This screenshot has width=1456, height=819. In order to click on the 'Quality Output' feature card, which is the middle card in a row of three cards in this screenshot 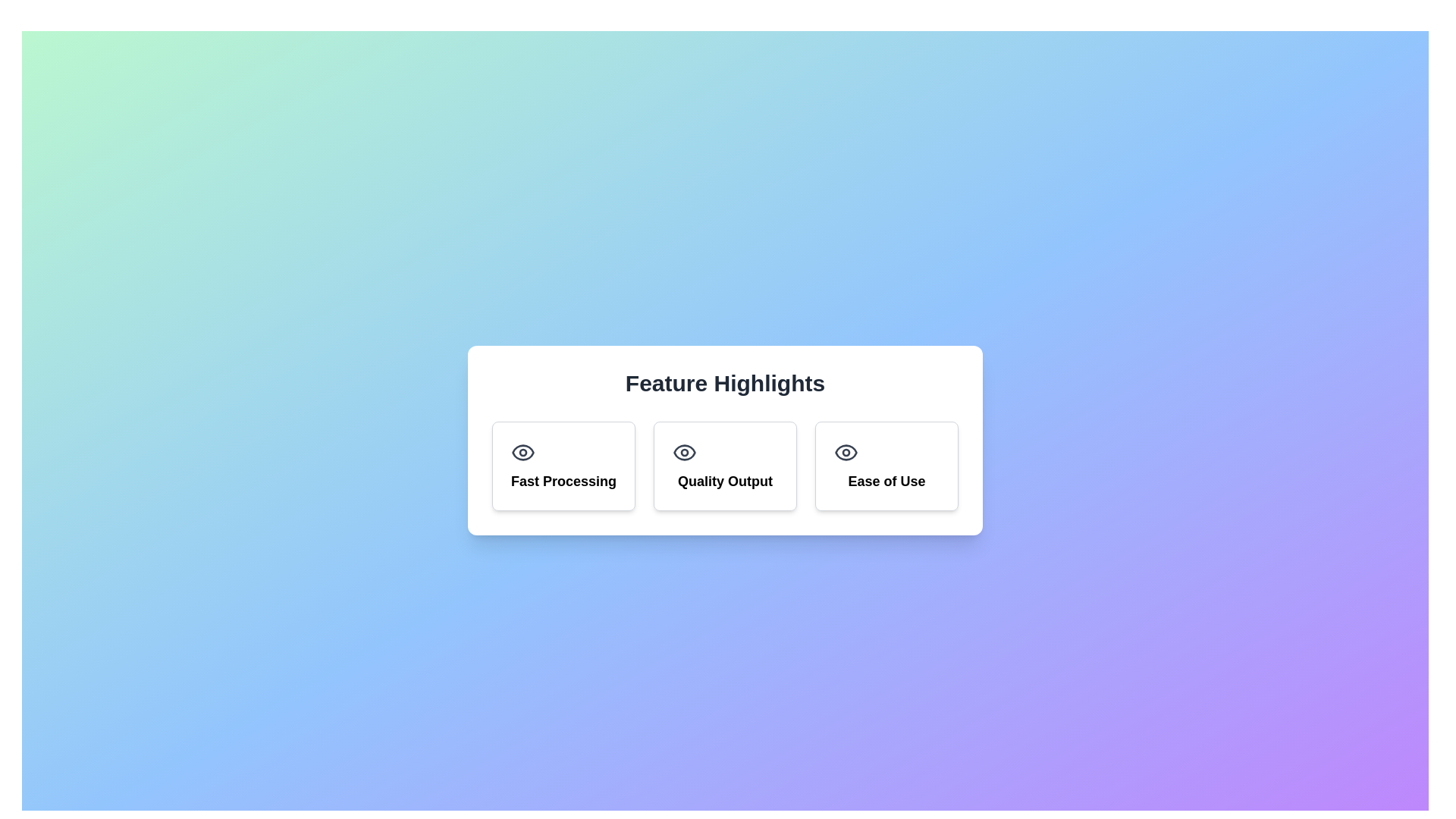, I will do `click(724, 465)`.